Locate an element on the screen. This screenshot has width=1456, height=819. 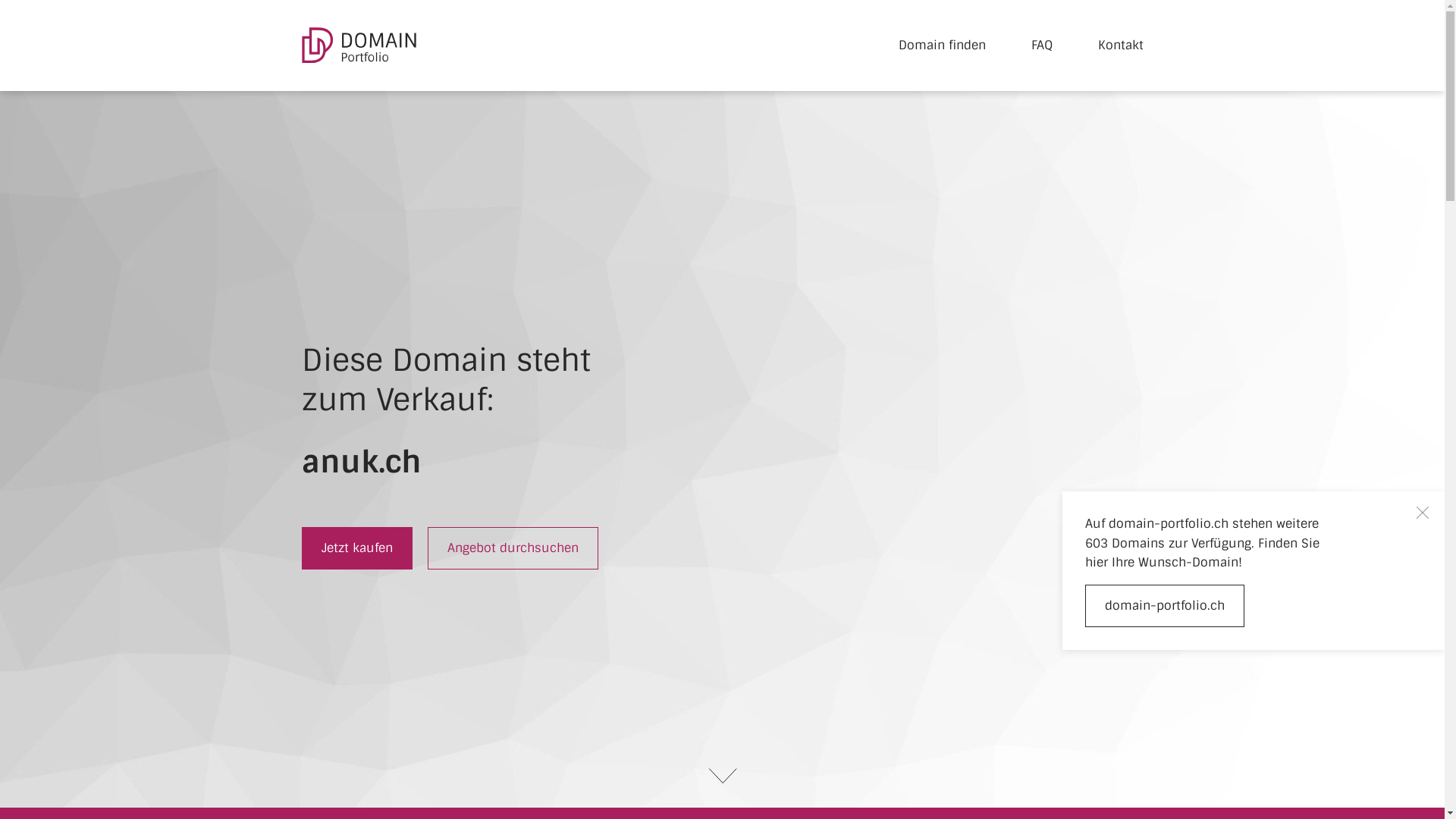
'Jetzt kaufen' is located at coordinates (356, 548).